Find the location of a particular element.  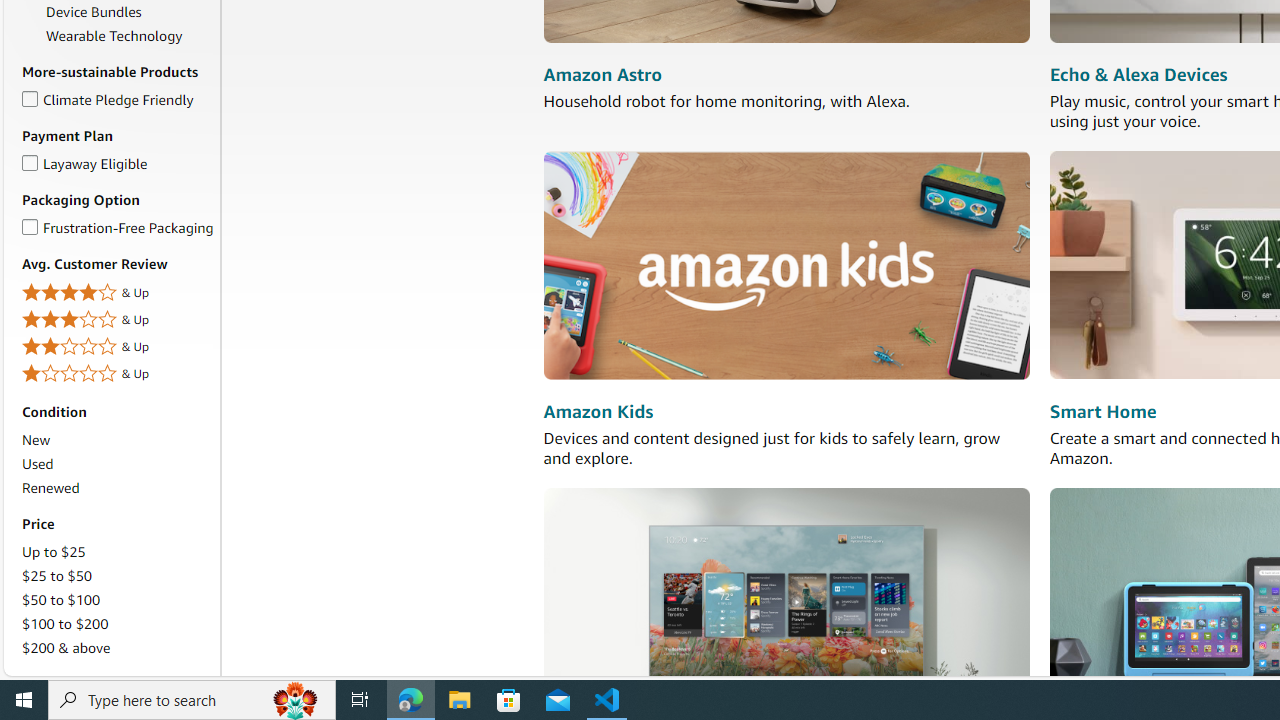

'1 Star & Up' is located at coordinates (116, 374).